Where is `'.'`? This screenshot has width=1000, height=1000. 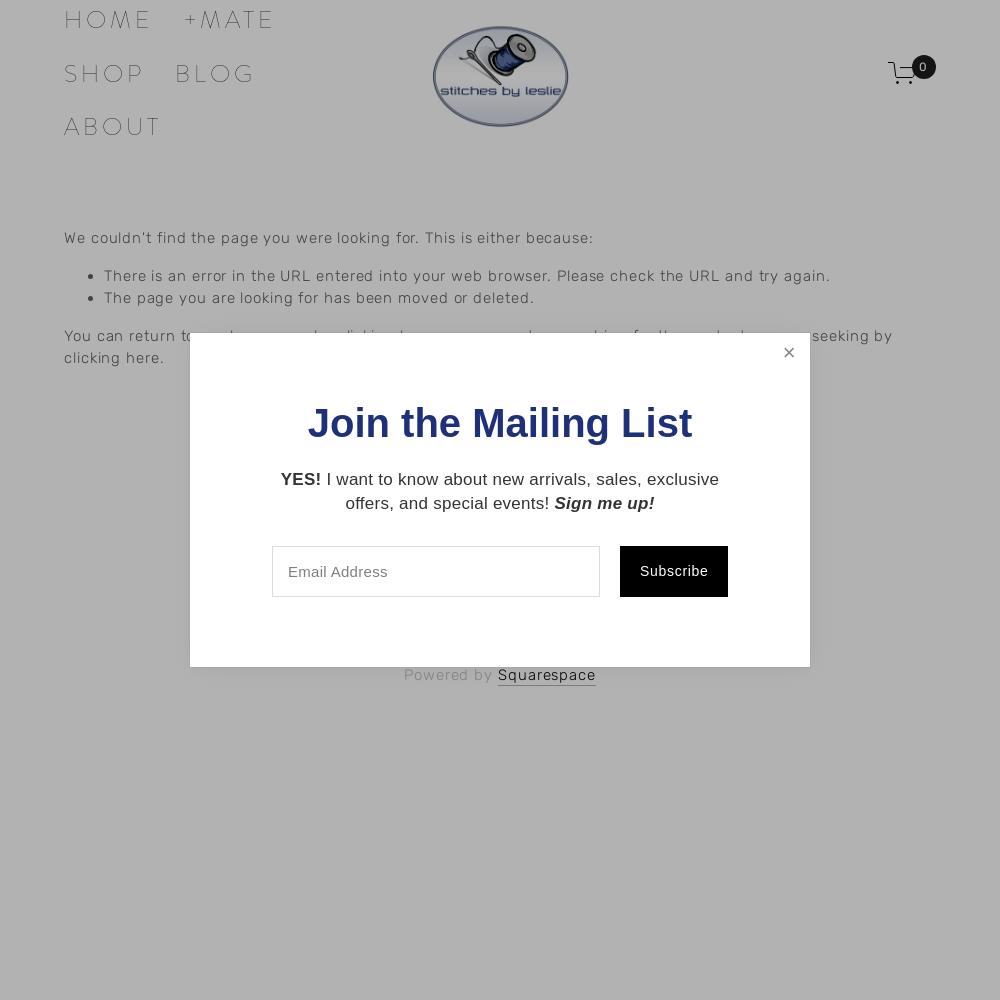
'.' is located at coordinates (159, 357).